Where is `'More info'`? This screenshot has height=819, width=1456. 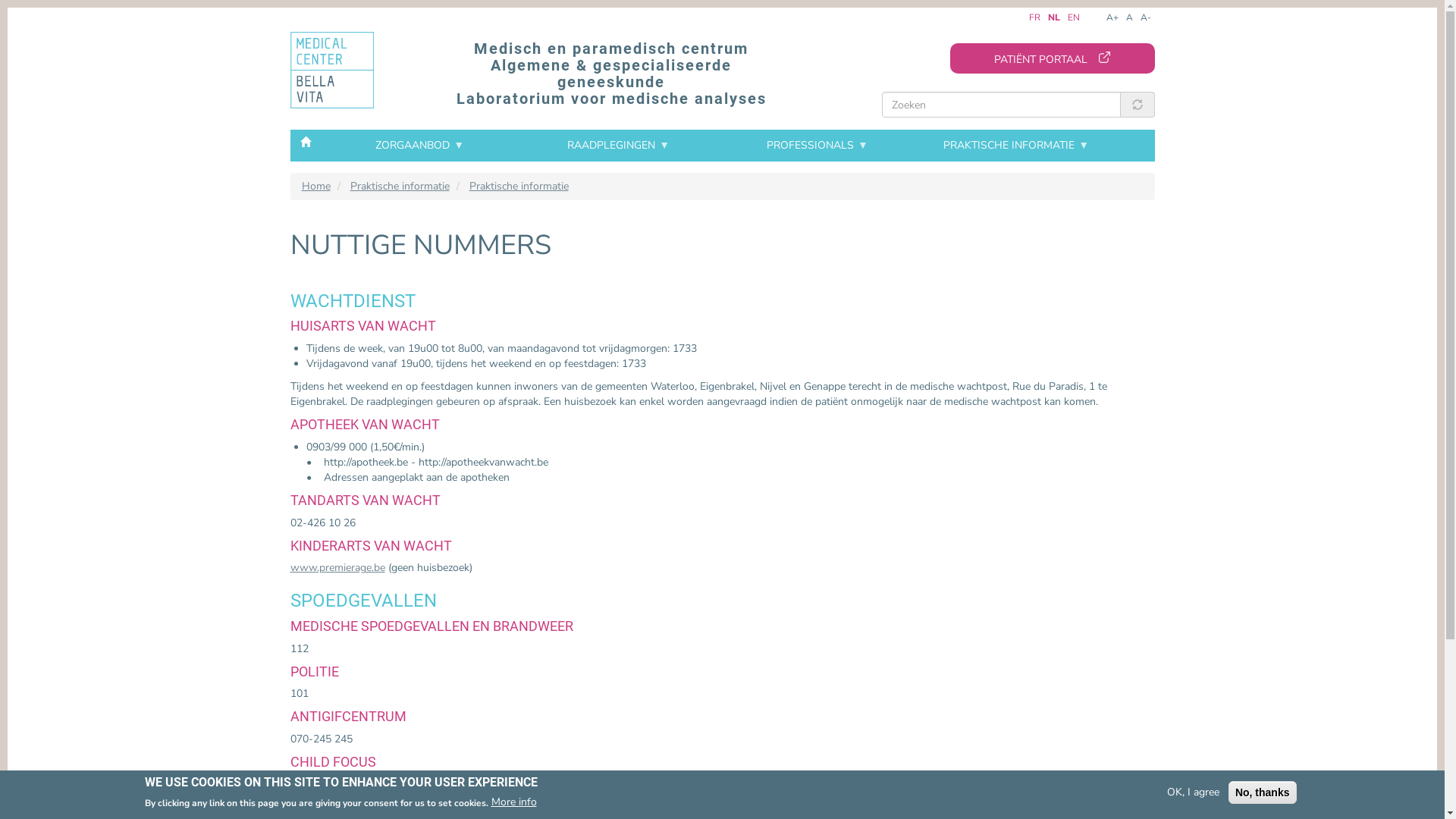 'More info' is located at coordinates (491, 801).